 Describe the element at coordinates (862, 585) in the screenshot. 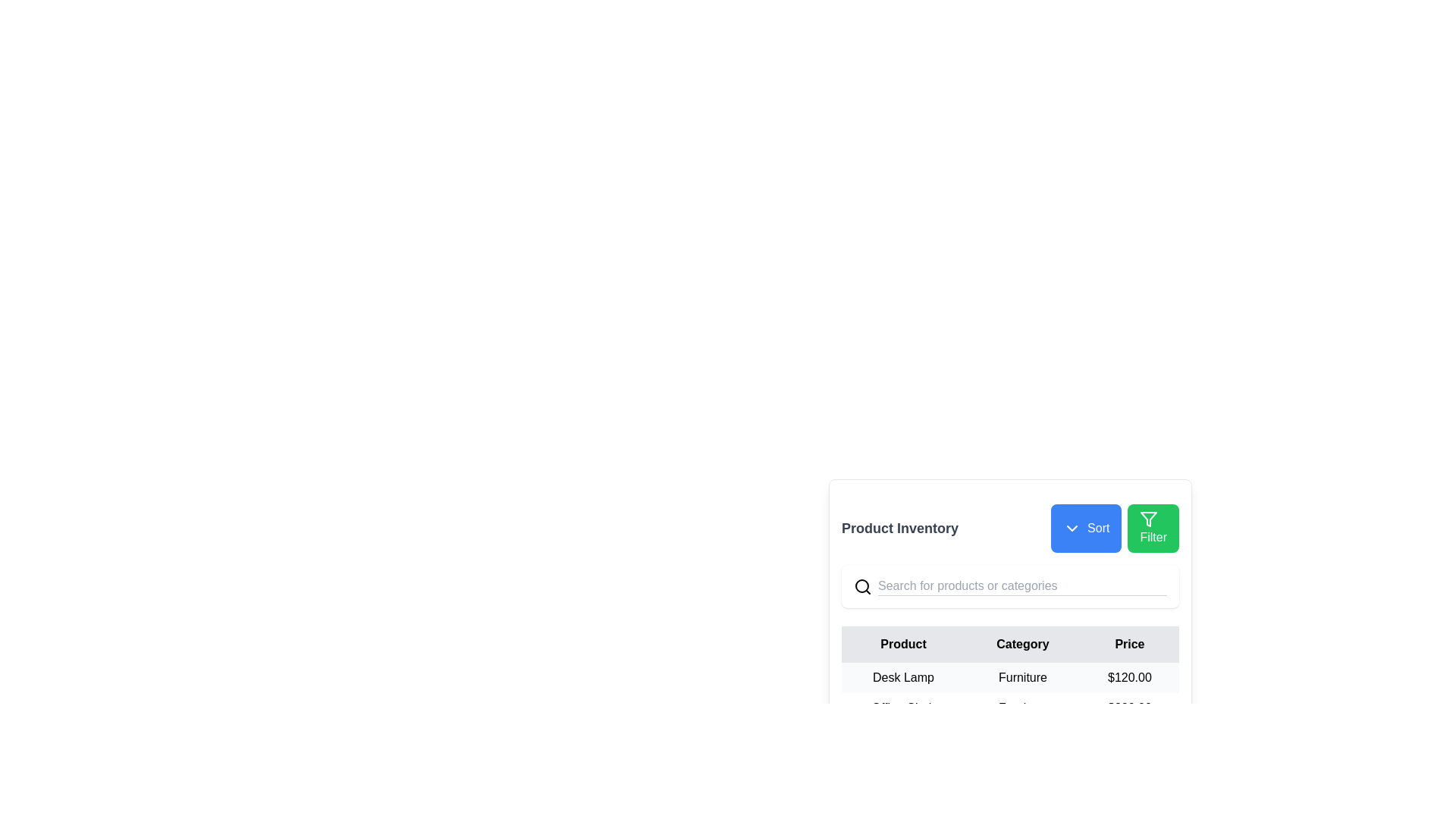

I see `the circular graphical component of the search magnifying glass icon located on the left side of the search bar in the Product Inventory section` at that location.